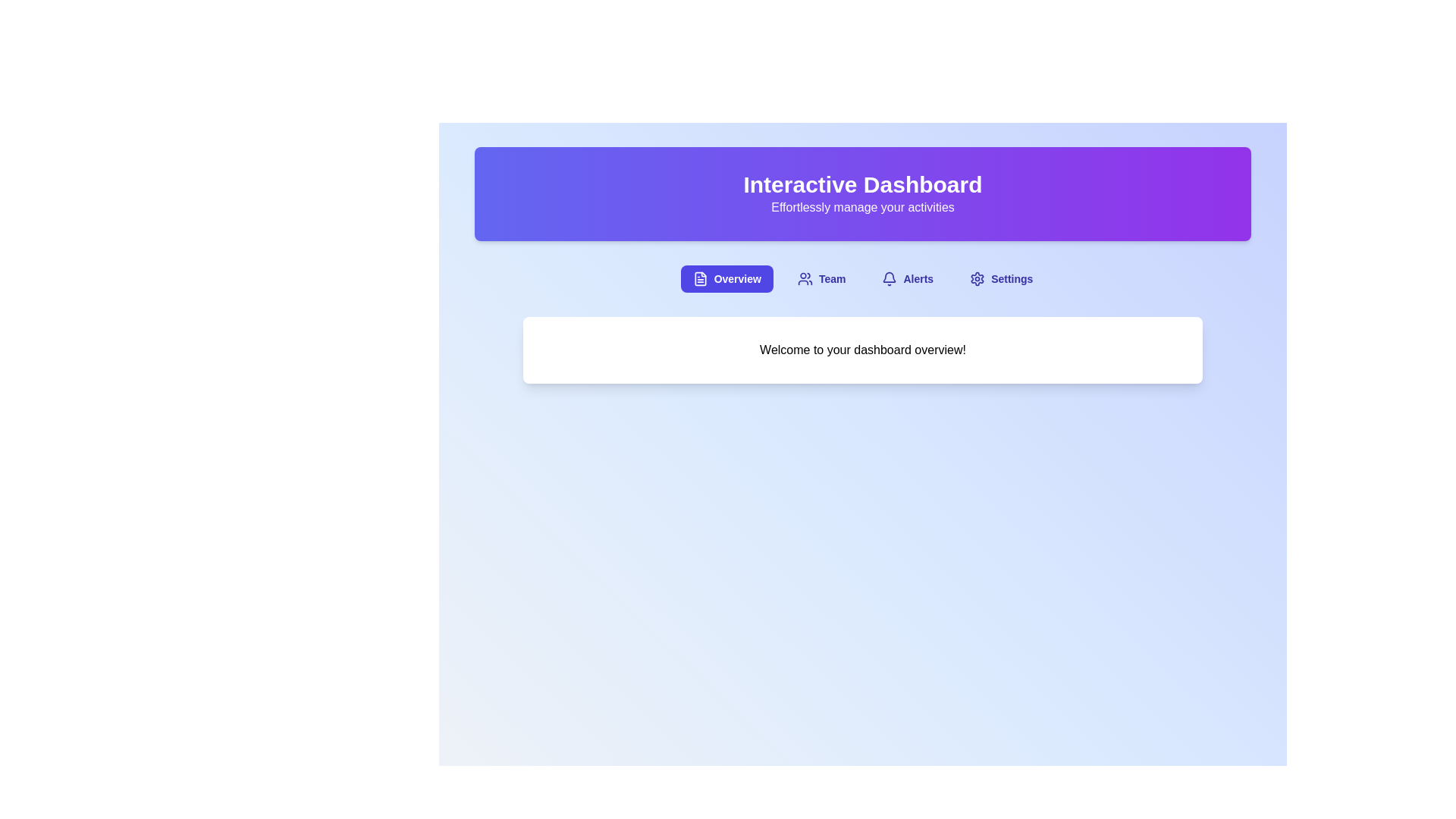  I want to click on accessibility features of the navigation bar located centrally below the 'Interactive Dashboard' header, so click(862, 278).